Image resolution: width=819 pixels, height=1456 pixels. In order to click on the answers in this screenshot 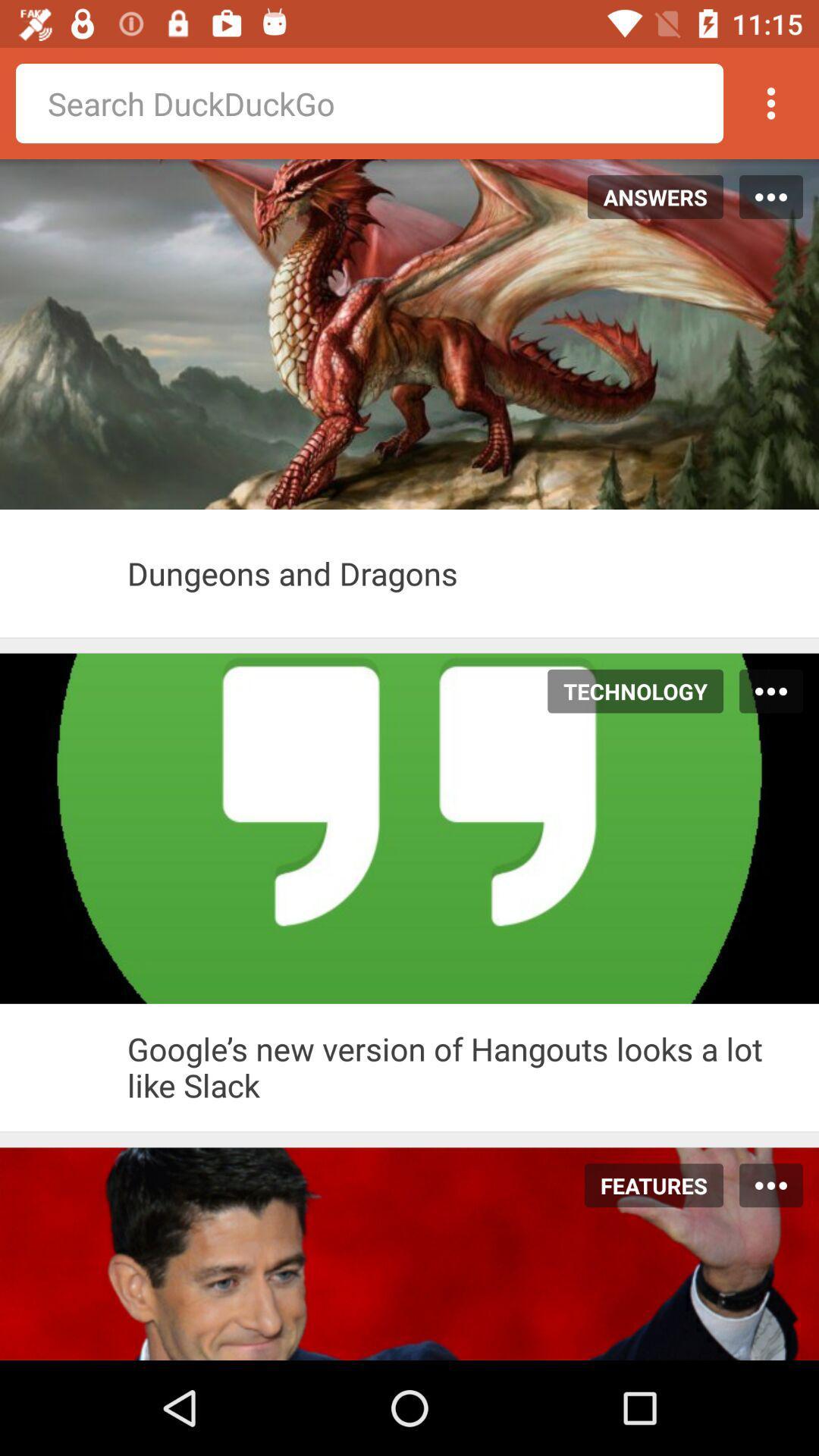, I will do `click(647, 196)`.